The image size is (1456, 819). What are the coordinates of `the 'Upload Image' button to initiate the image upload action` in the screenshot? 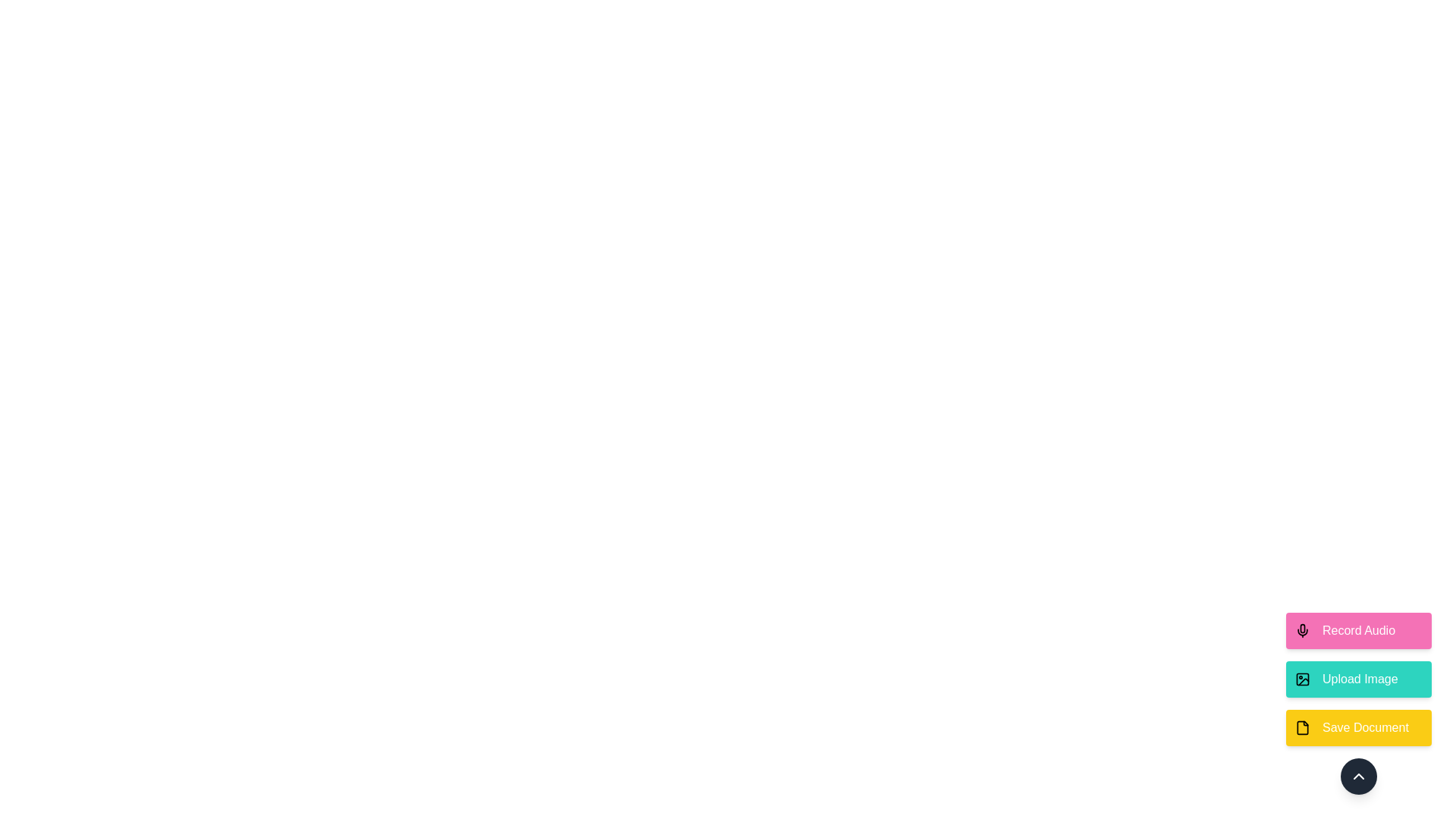 It's located at (1358, 678).